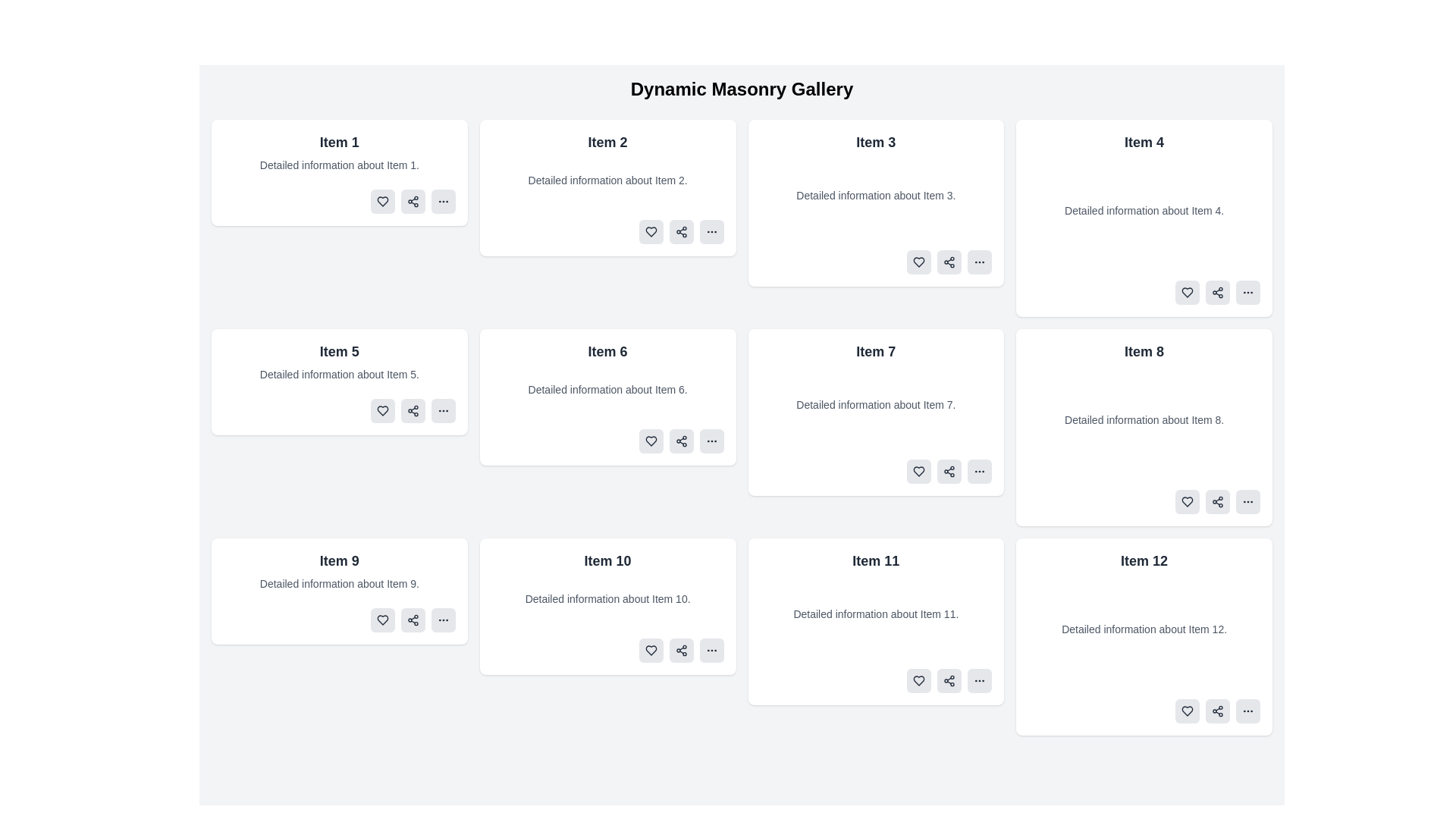  What do you see at coordinates (711, 441) in the screenshot?
I see `the ellipsis button (three horizontal dots) with a gray background and rounded borders located in the action area of 'Item 6'` at bounding box center [711, 441].